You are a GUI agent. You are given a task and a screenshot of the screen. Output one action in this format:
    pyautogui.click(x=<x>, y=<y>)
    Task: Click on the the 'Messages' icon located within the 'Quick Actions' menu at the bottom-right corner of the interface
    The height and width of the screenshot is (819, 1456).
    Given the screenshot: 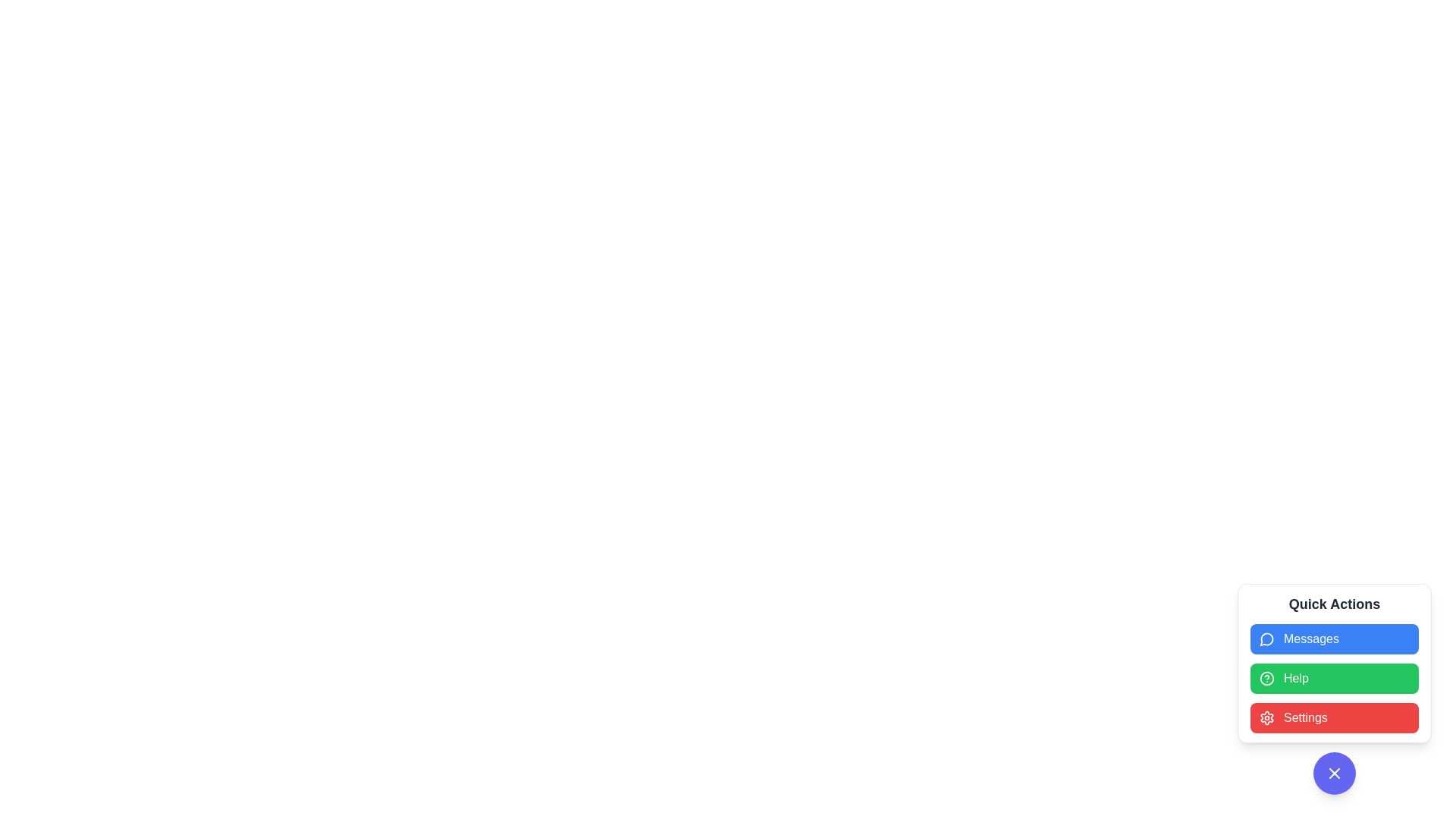 What is the action you would take?
    pyautogui.click(x=1266, y=639)
    